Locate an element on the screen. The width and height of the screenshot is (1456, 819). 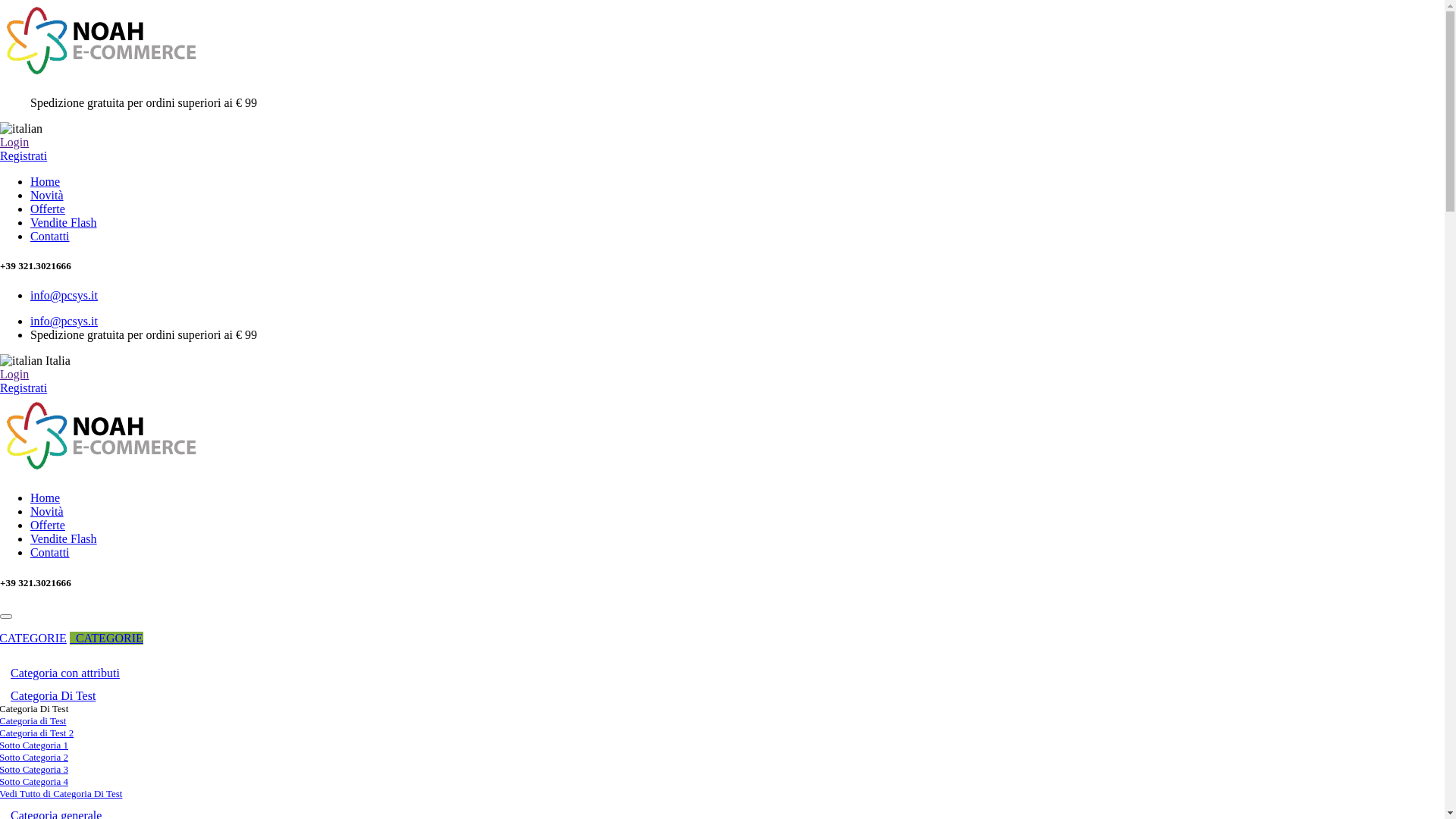
'Home' is located at coordinates (30, 180).